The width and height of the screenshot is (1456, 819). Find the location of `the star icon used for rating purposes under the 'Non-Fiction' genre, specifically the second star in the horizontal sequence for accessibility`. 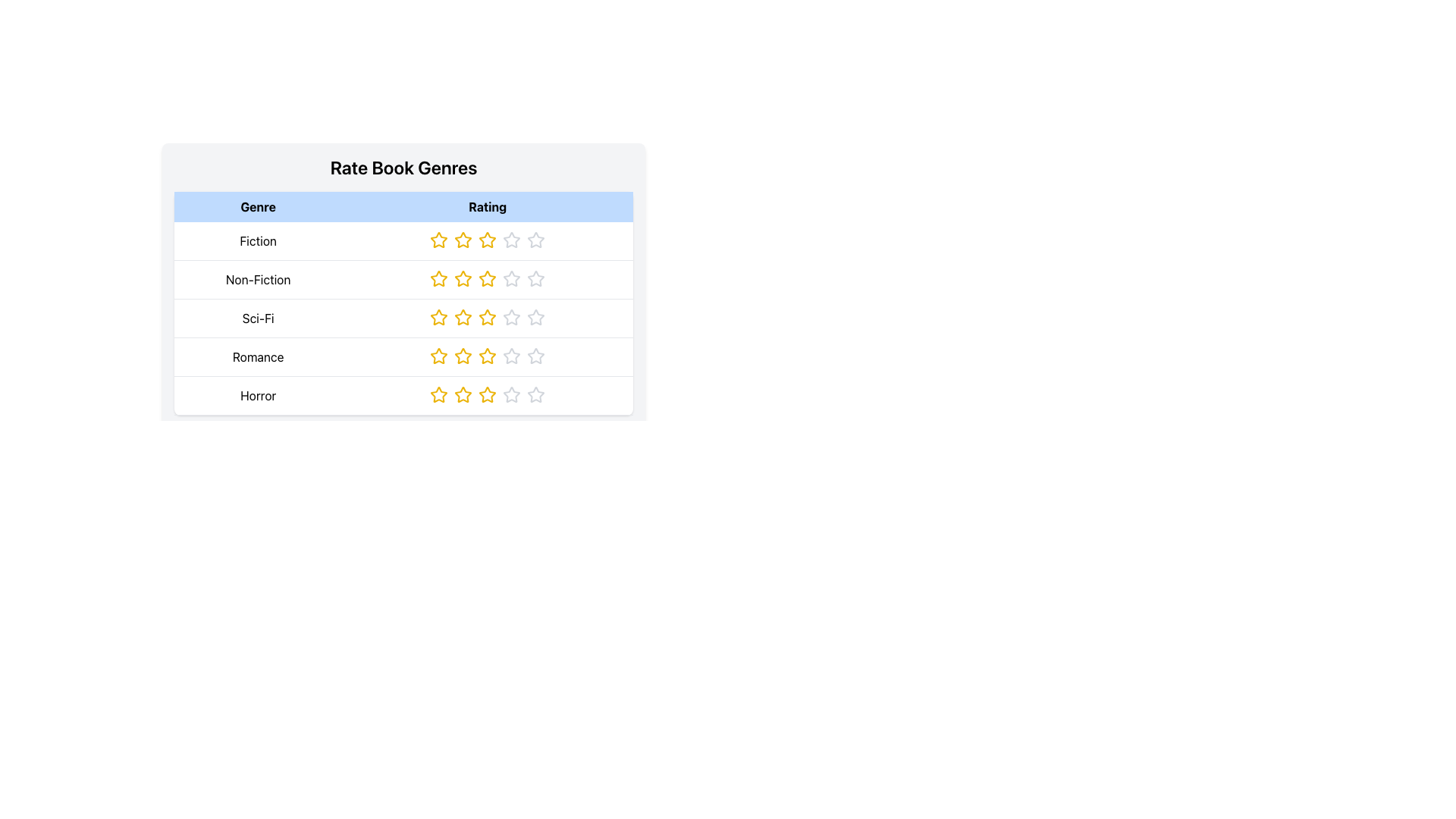

the star icon used for rating purposes under the 'Non-Fiction' genre, specifically the second star in the horizontal sequence for accessibility is located at coordinates (438, 278).